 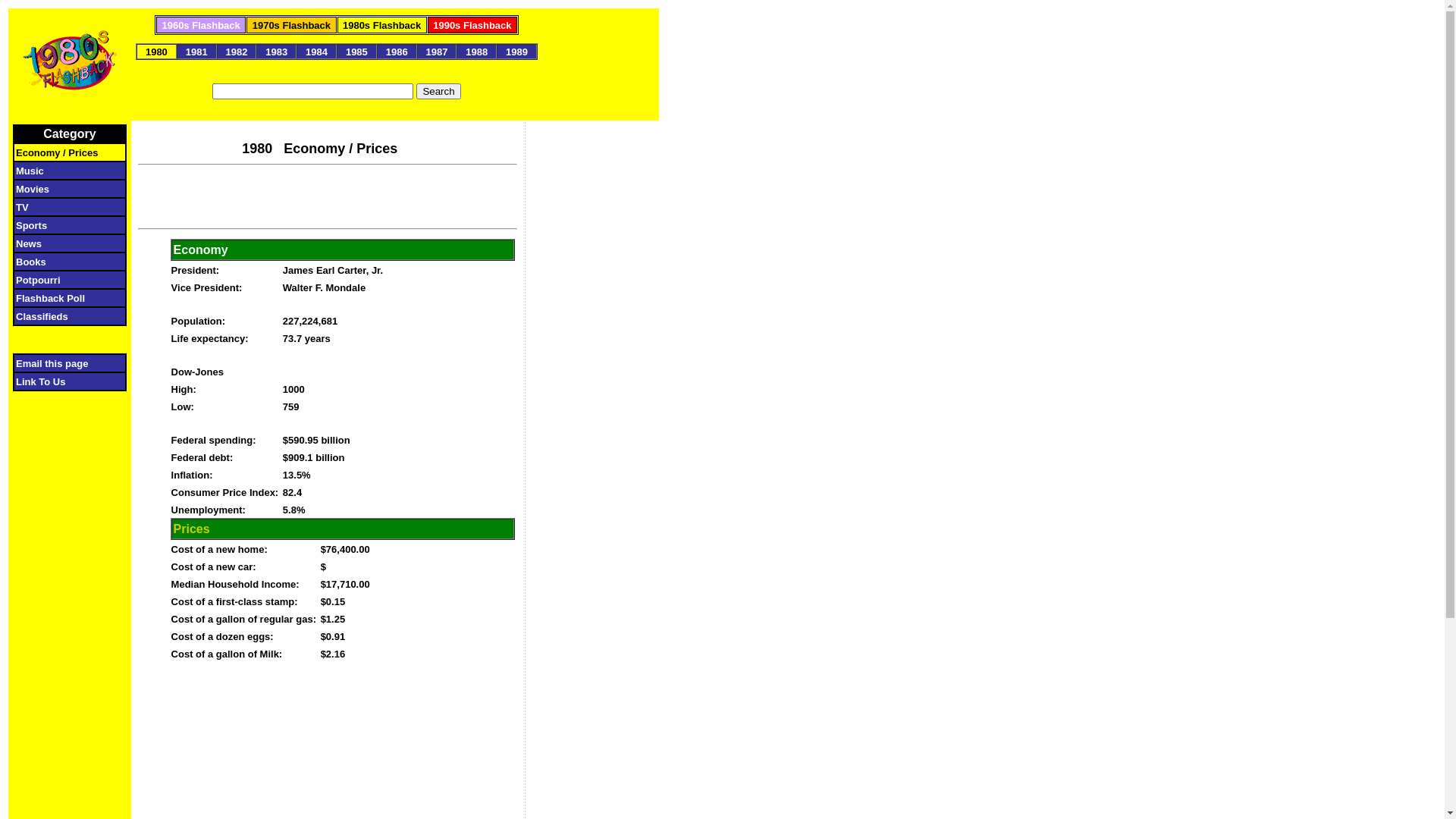 What do you see at coordinates (15, 224) in the screenshot?
I see `'Sports                       '` at bounding box center [15, 224].